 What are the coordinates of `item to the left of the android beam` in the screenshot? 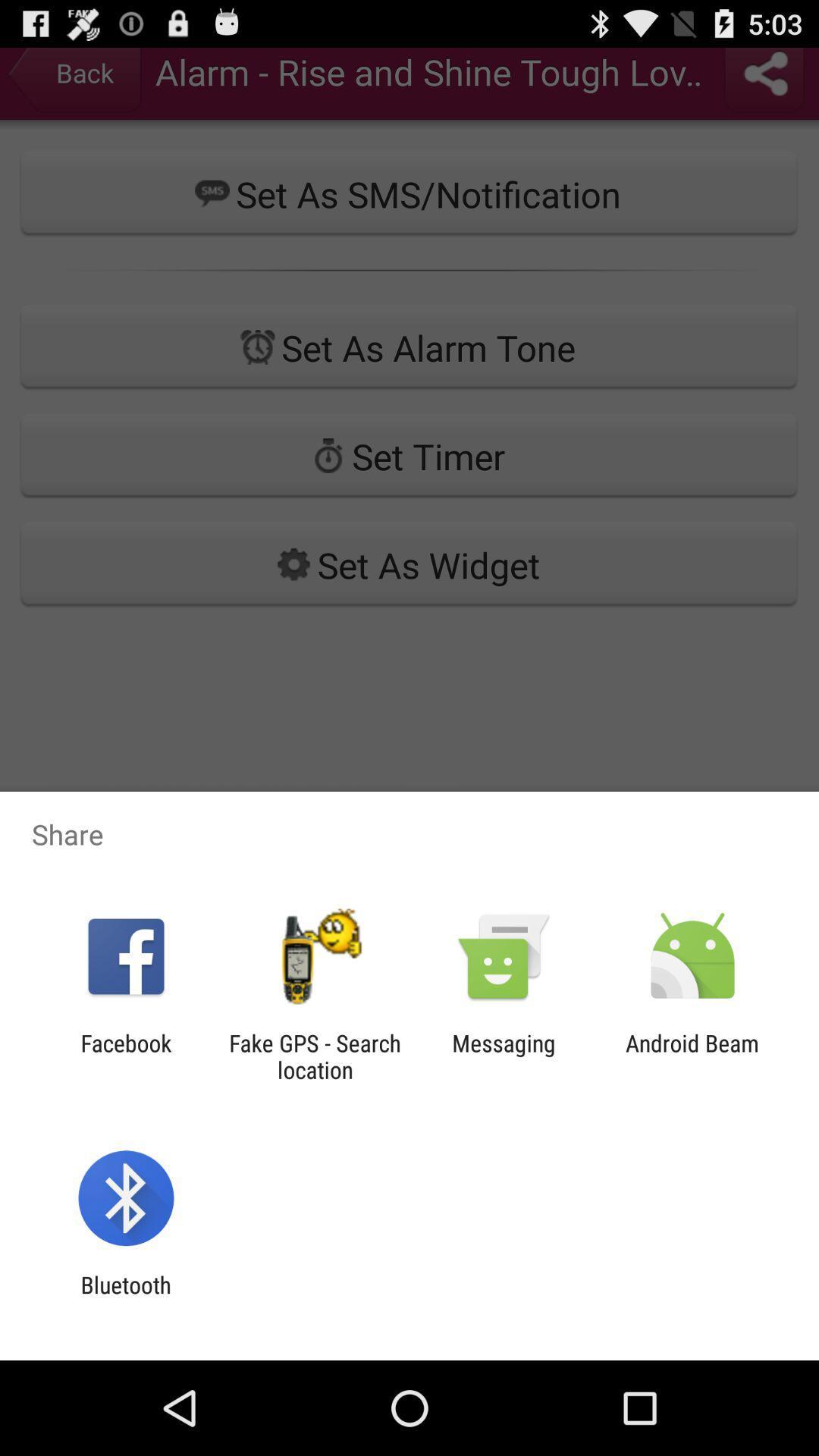 It's located at (504, 1056).